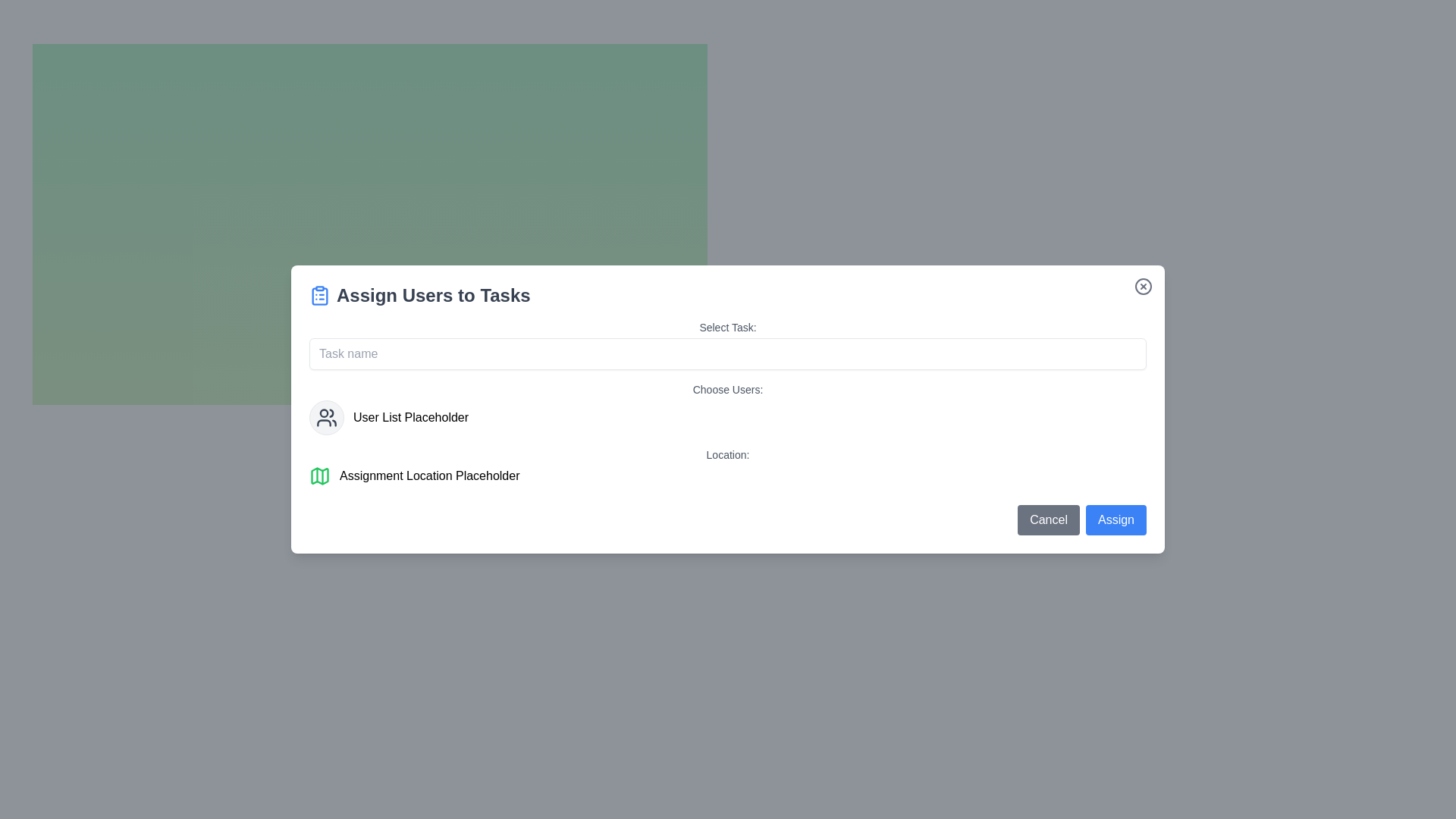  Describe the element at coordinates (1047, 519) in the screenshot. I see `the 'Cancel' button with gray background and white text` at that location.